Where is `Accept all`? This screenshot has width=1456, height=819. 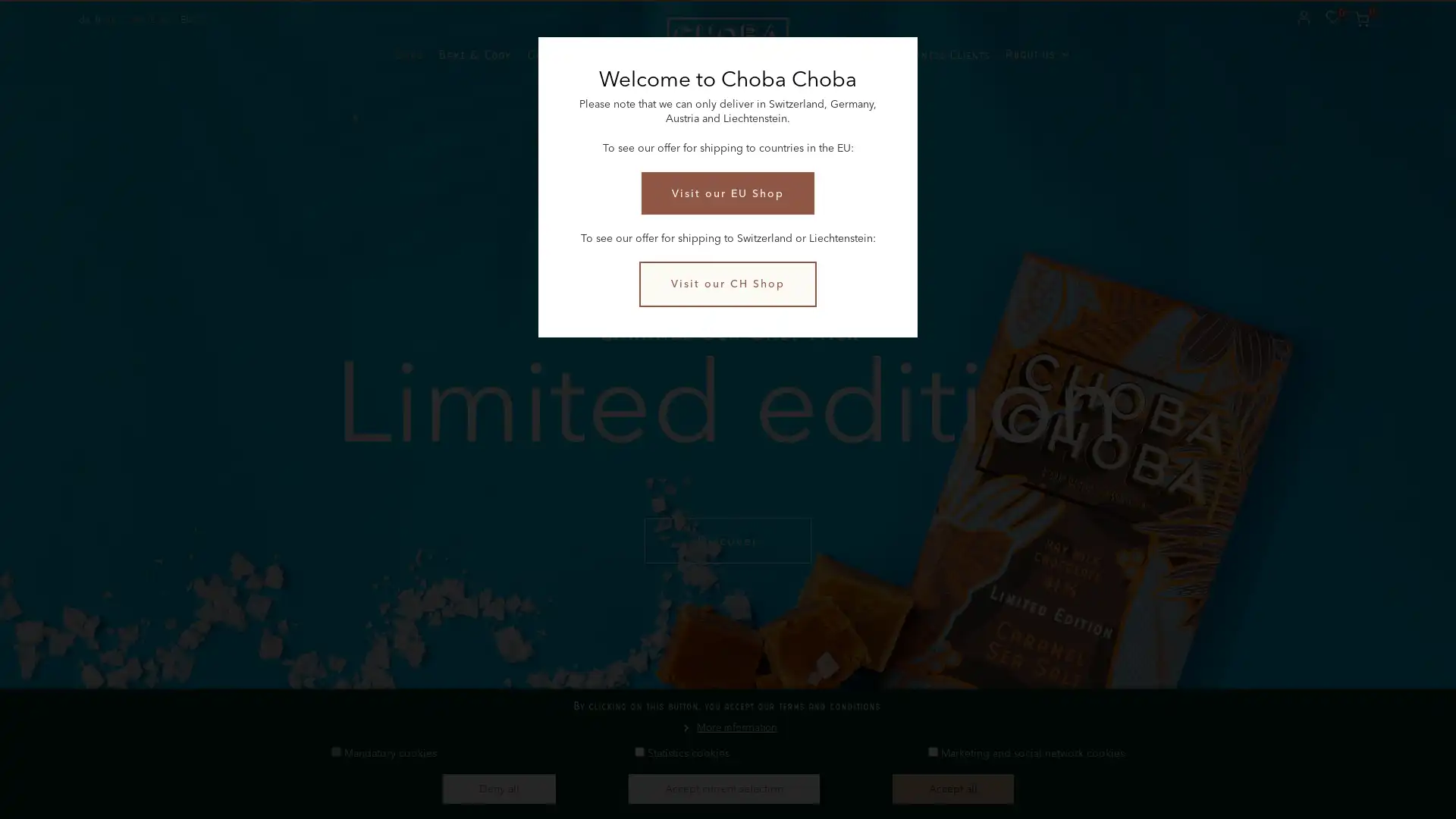 Accept all is located at coordinates (952, 788).